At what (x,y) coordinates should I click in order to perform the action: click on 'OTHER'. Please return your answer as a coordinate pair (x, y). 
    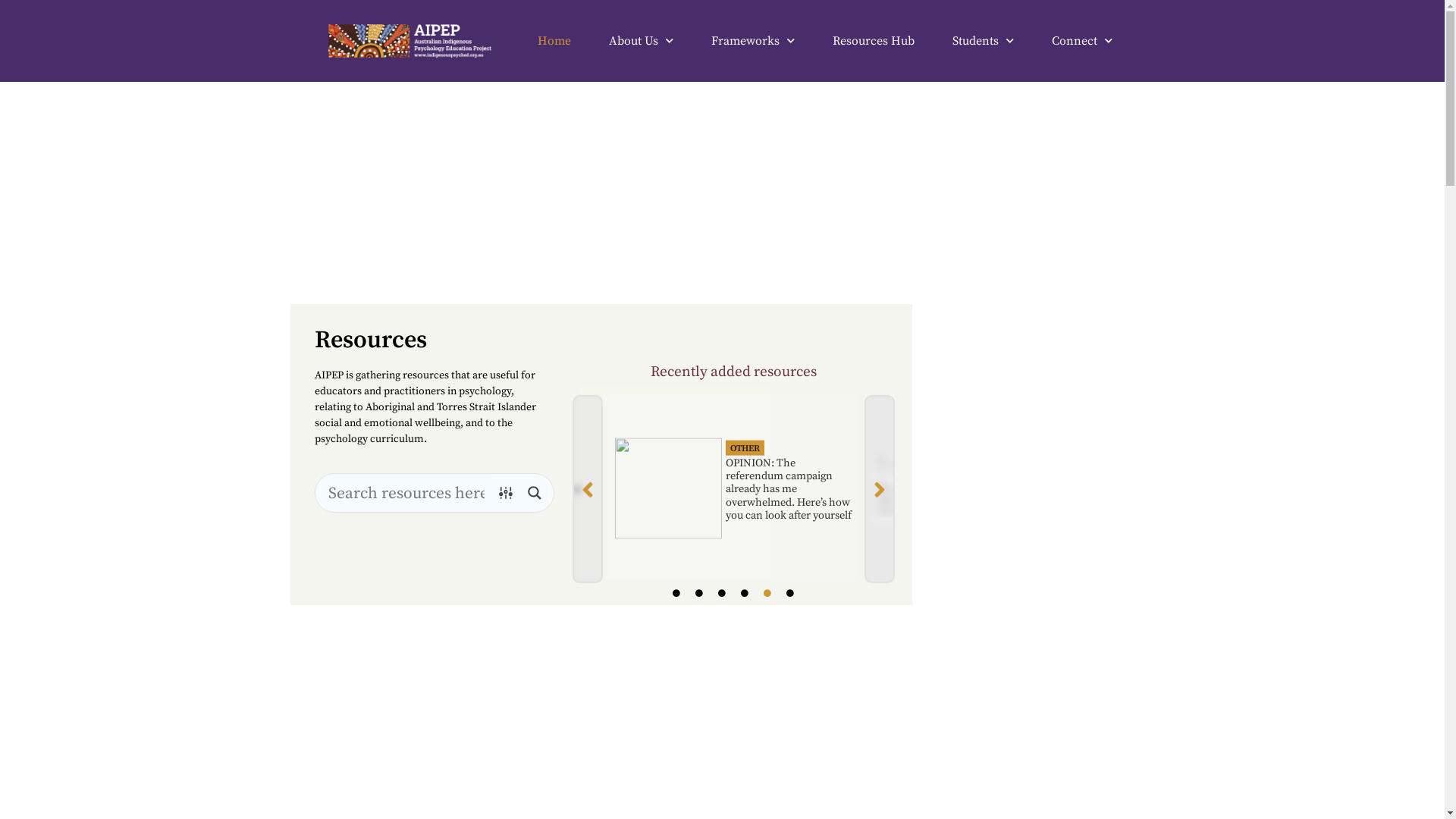
    Looking at the image, I should click on (745, 447).